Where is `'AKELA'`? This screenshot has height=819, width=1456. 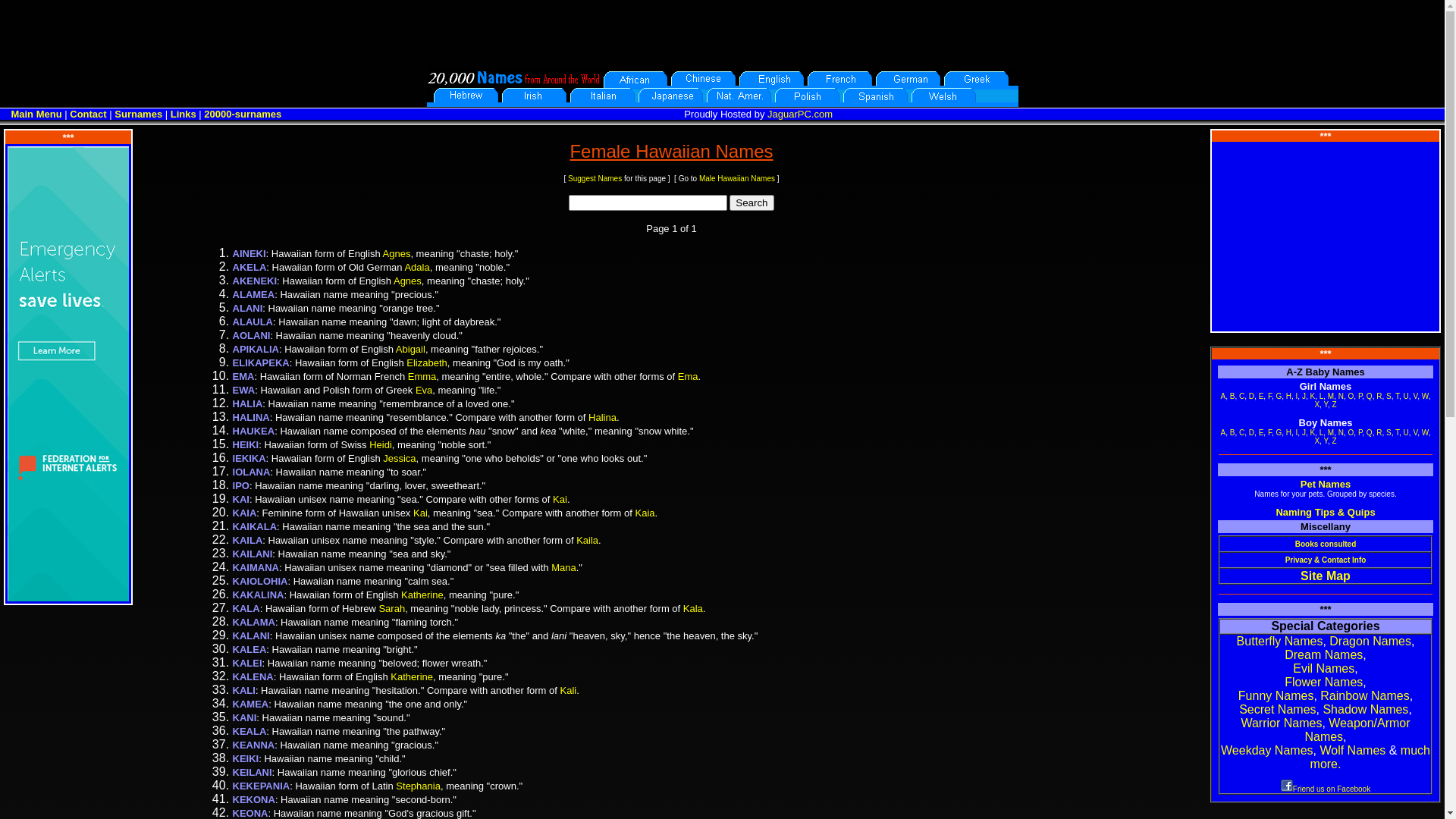 'AKELA' is located at coordinates (249, 266).